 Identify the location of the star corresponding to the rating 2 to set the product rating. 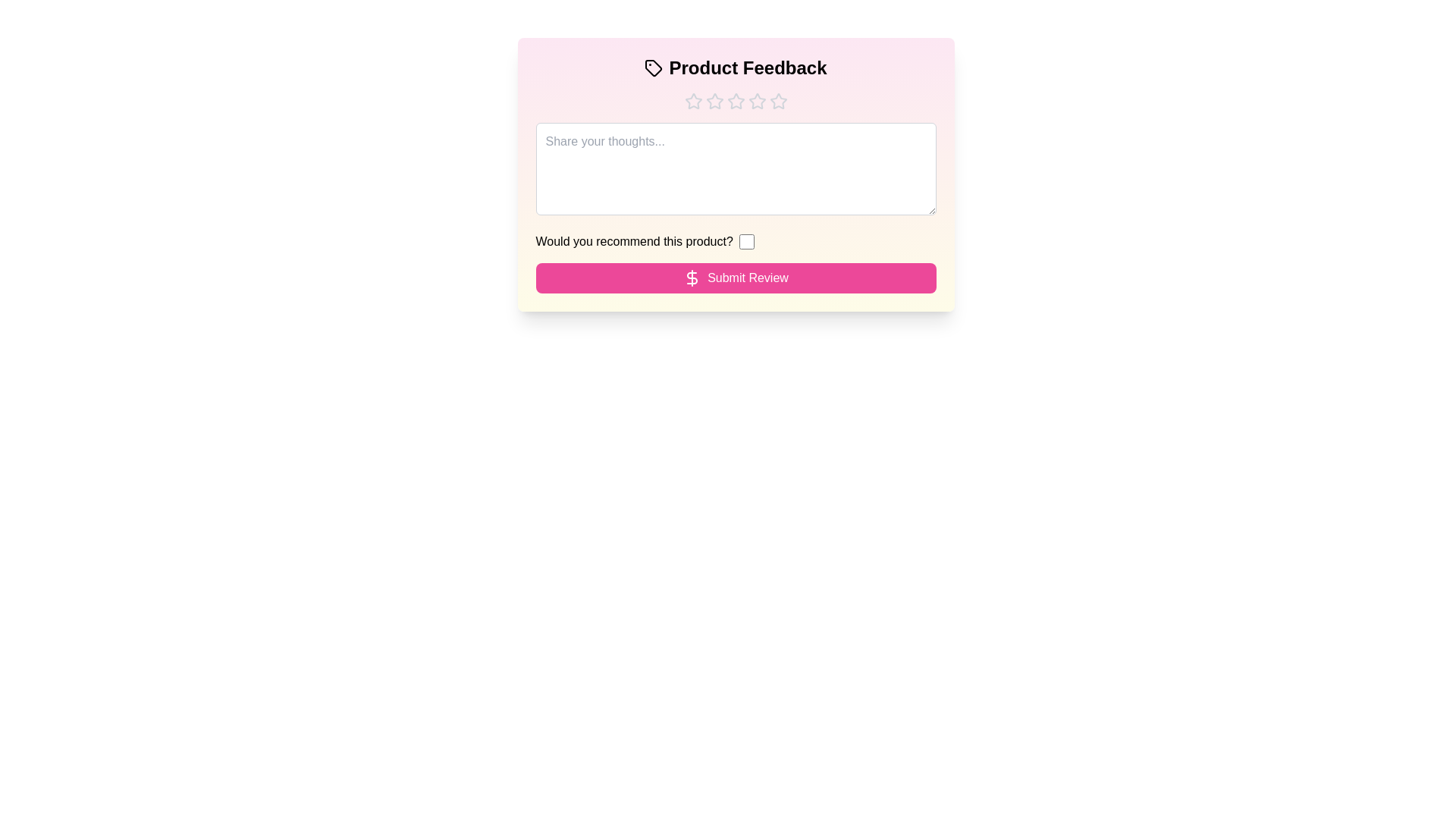
(714, 102).